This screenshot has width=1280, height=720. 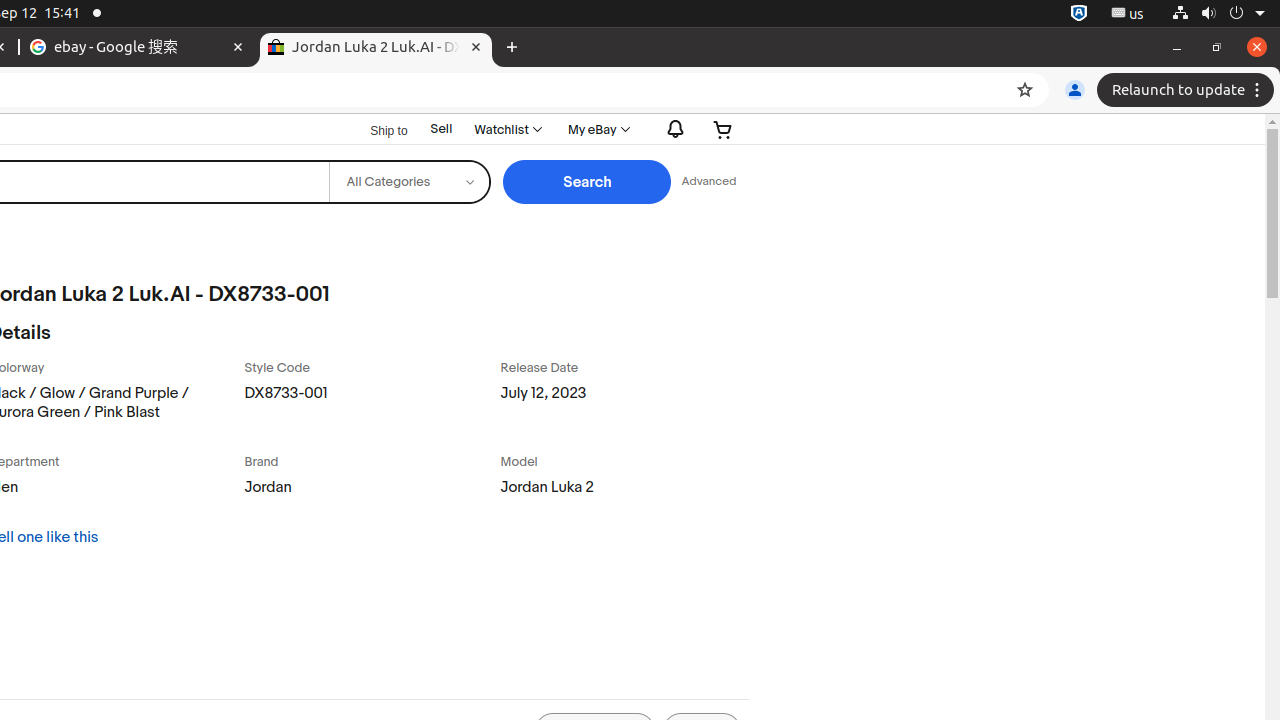 I want to click on 'System', so click(x=1217, y=13).